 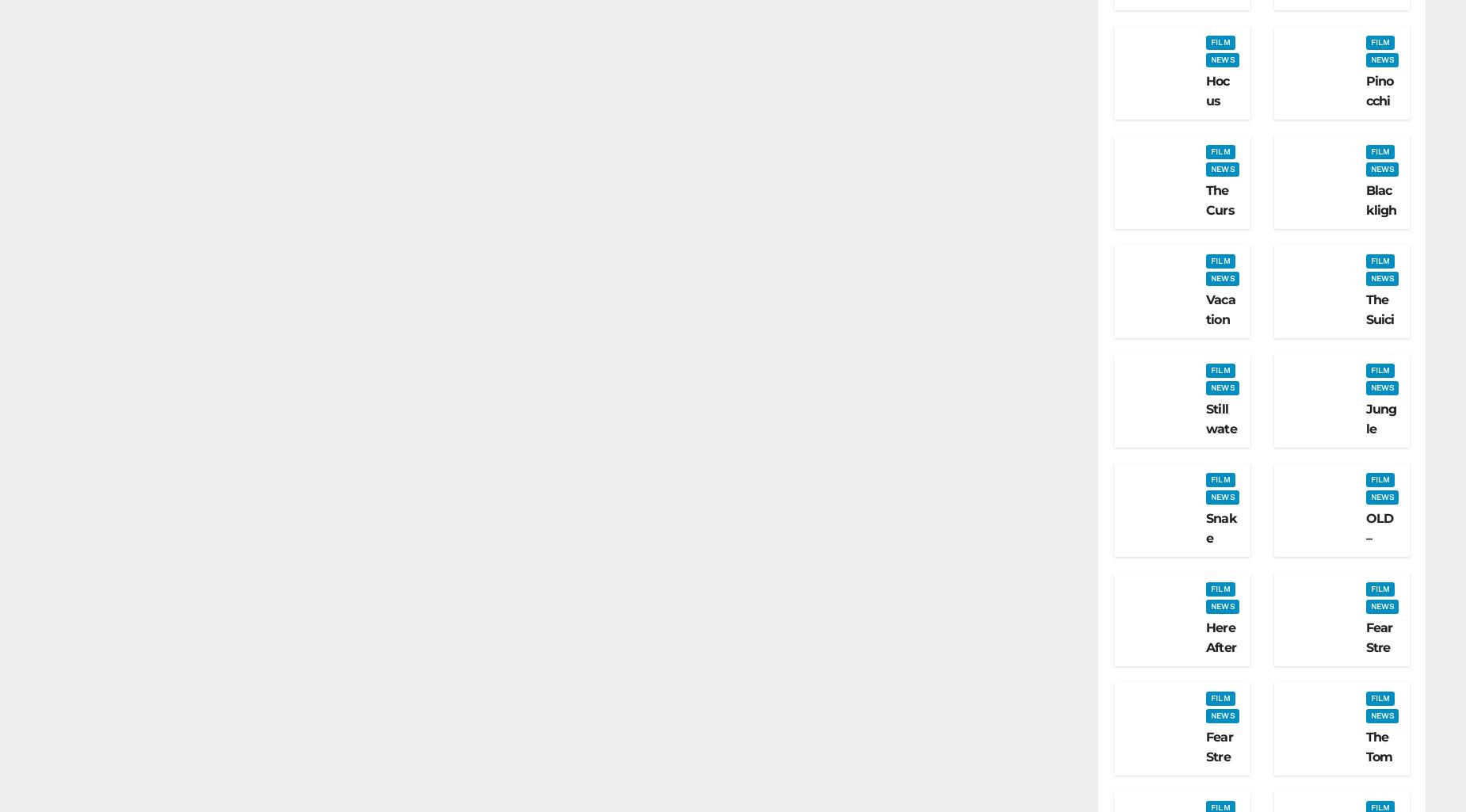 I want to click on 'Vacation Friends – Film Review', so click(x=1221, y=358).